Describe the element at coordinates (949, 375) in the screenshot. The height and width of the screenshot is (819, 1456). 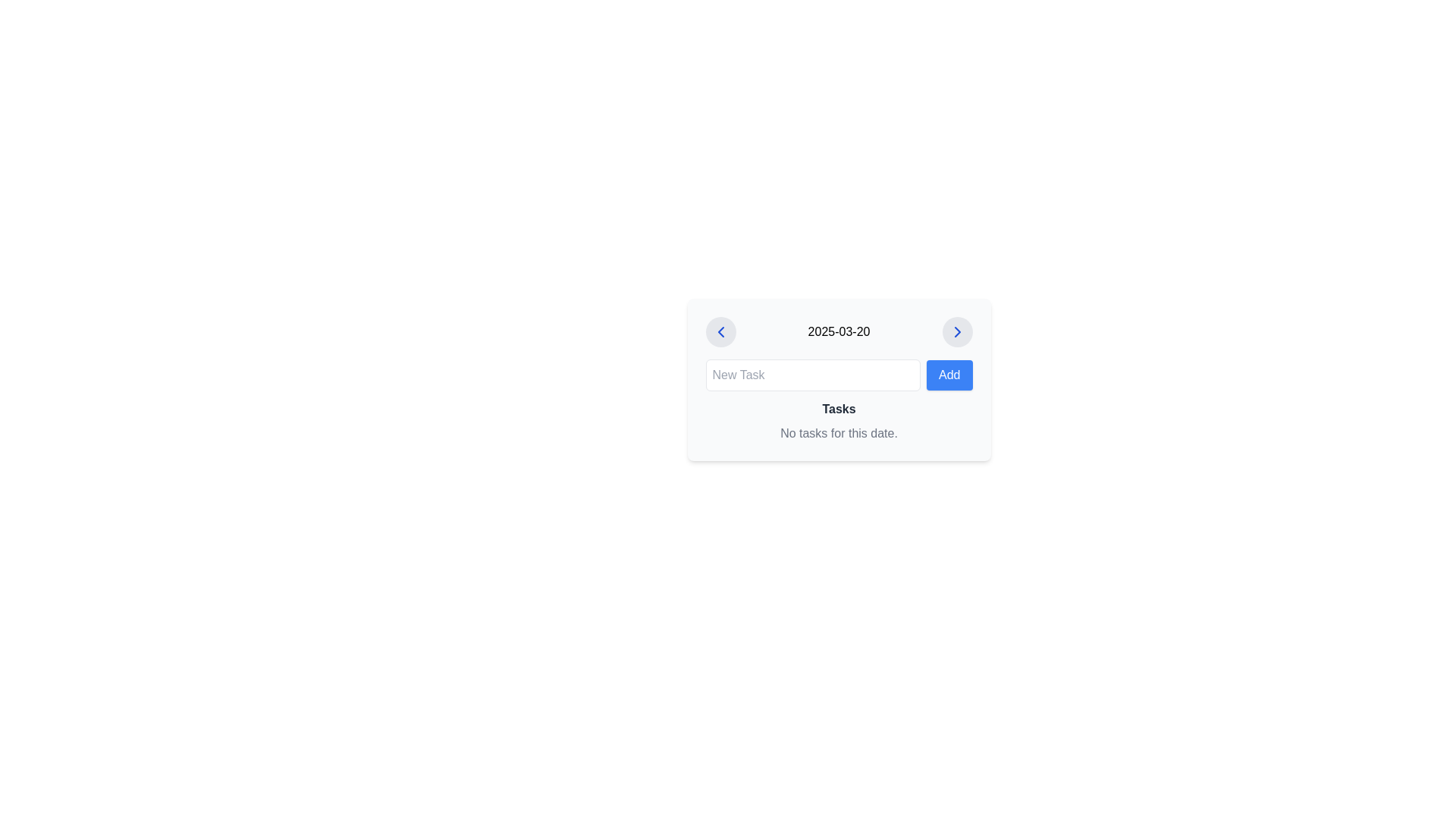
I see `the button located immediately to the right of the 'New Task' text input field` at that location.